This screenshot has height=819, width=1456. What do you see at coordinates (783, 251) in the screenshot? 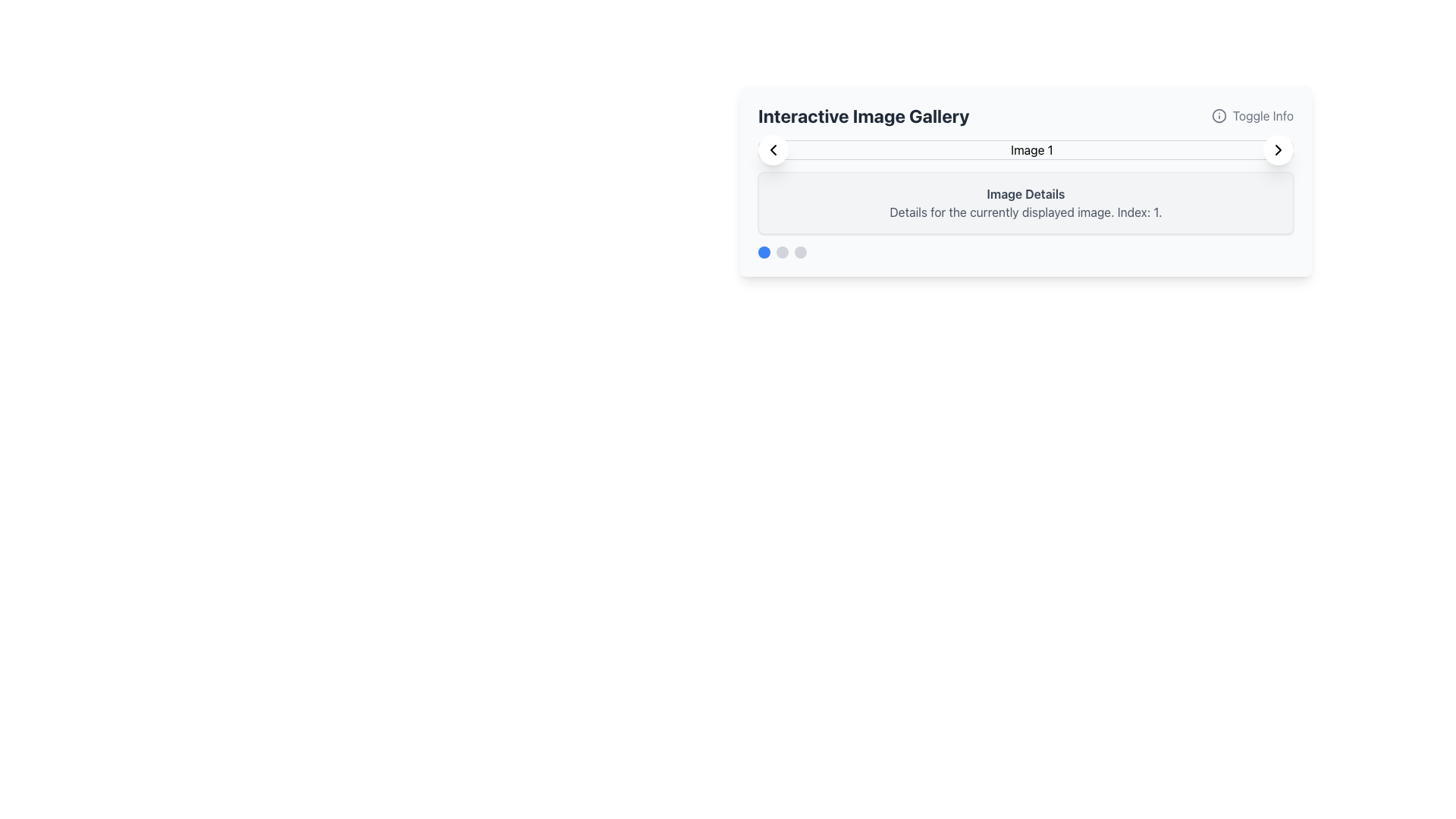
I see `the second circular dot with a light gray background in the horizontal row of dots near the bottom-left corner of the 'Interactive Image Gallery' card to change its color to blue` at bounding box center [783, 251].